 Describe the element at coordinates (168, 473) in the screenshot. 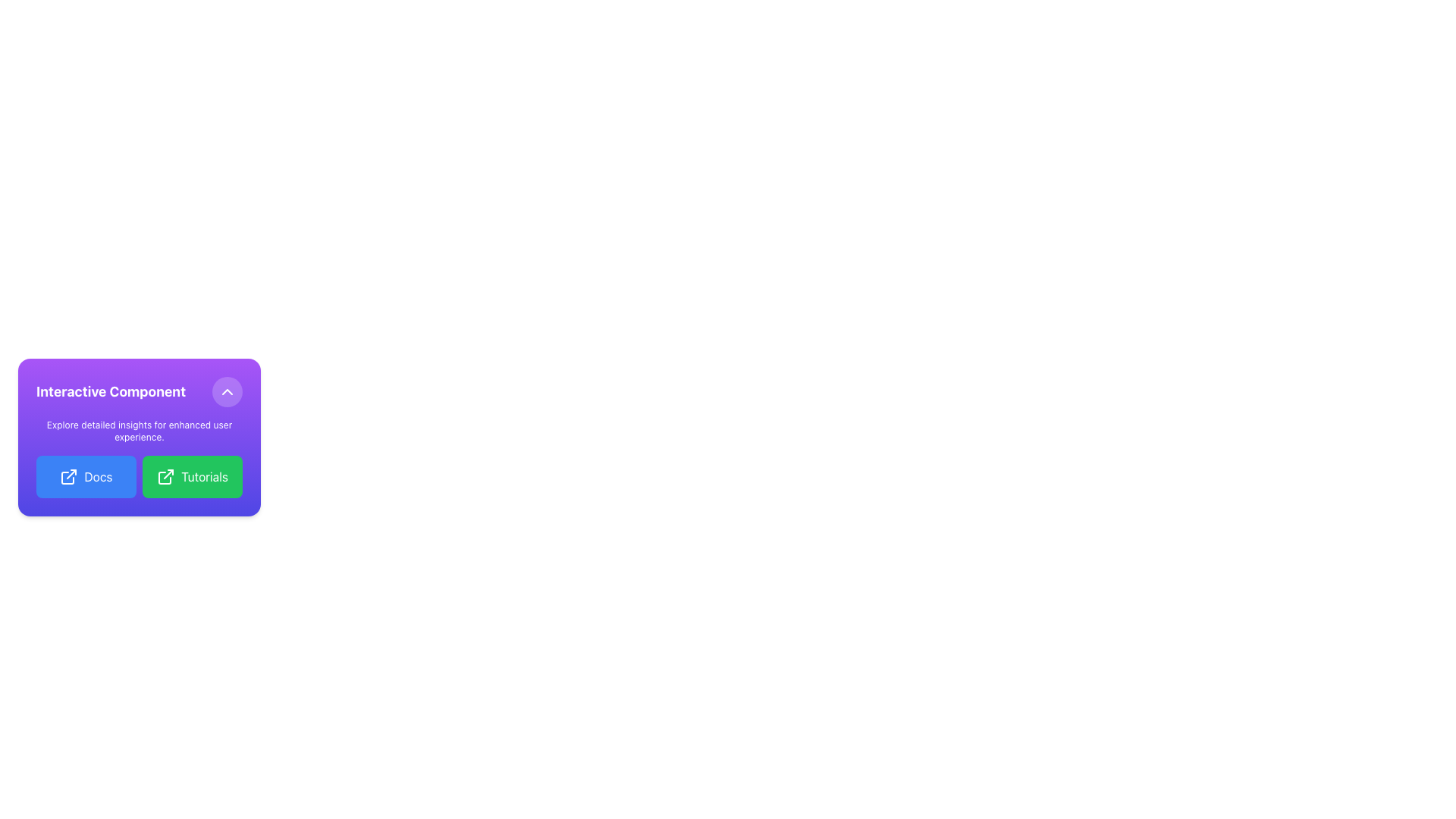

I see `the small angular line graphic resembling an arrow within the green 'Tutorials' button` at that location.